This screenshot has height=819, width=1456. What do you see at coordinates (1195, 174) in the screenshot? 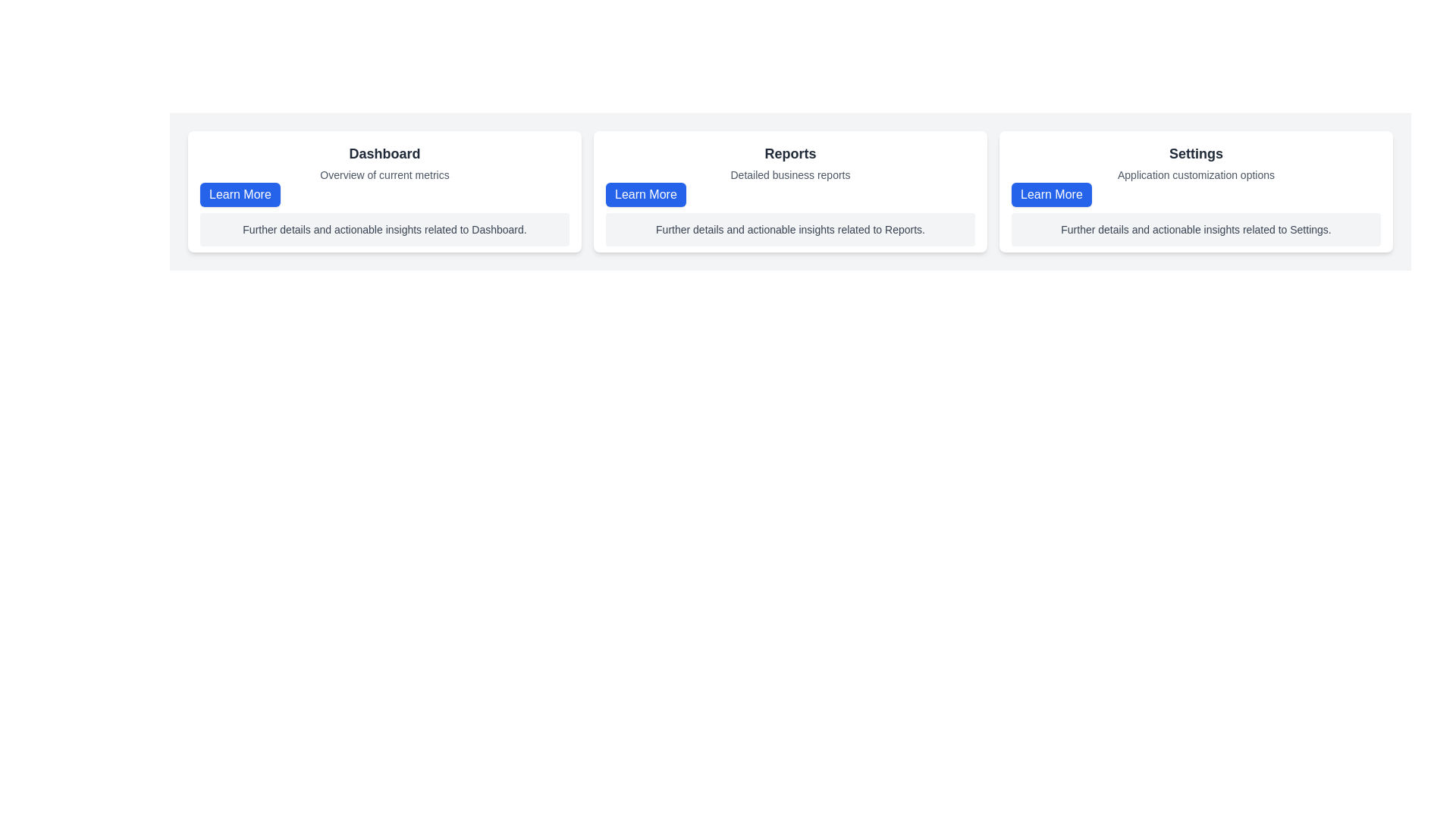
I see `descriptive text label located at the top-right section of the 'Settings' card, which summarizes the purpose or content of the settings` at bounding box center [1195, 174].